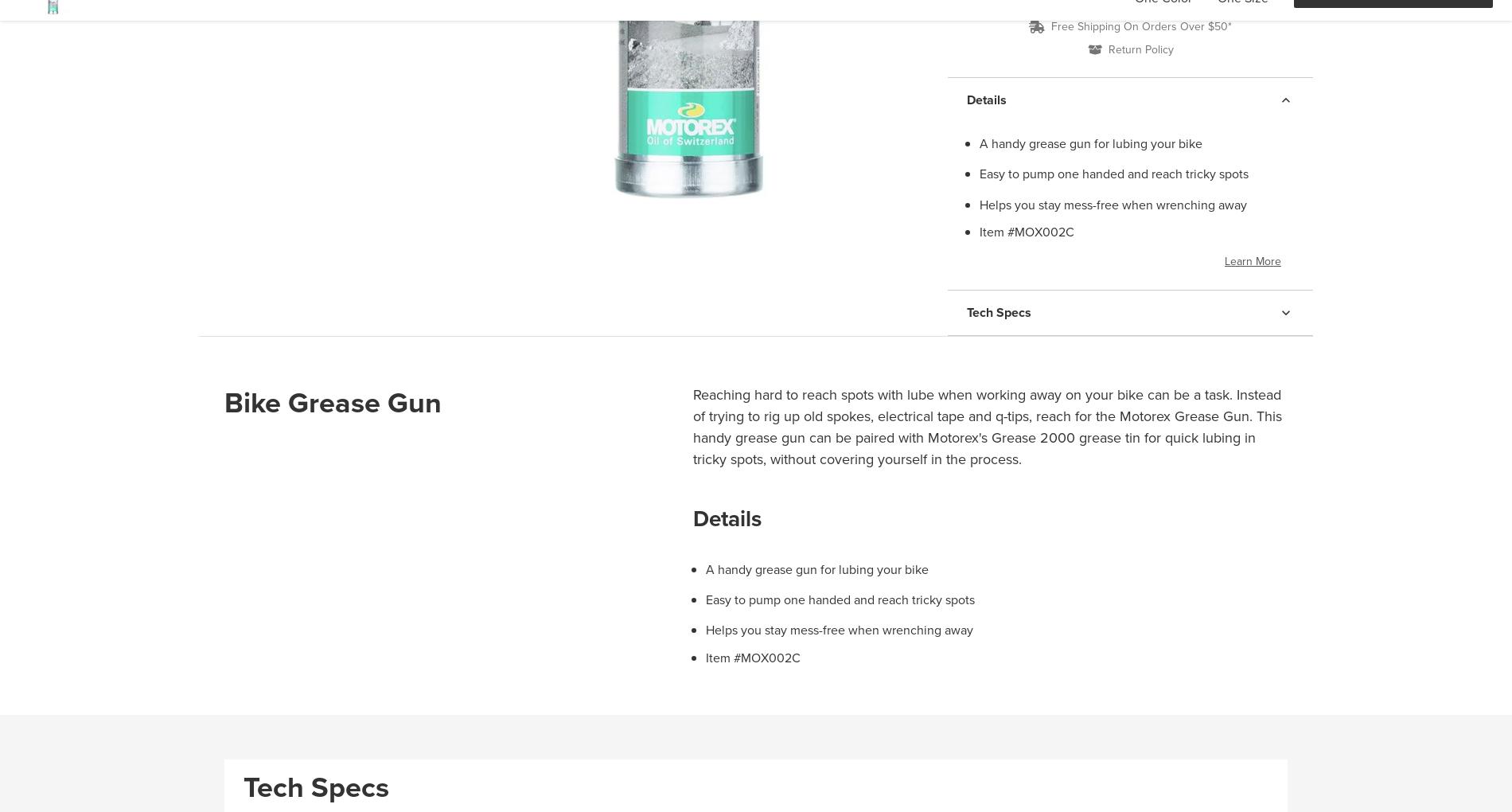  Describe the element at coordinates (985, 425) in the screenshot. I see `'Reaching hard to reach spots with lube when working away on your bike can be a task. Instead of trying to rig up old spokes, electrical tape and q-tips, reach for the Motorex Grease Gun. This handy grease gun can be paired with Motorex's Grease 2000 grease tin for quick lubing in tricky spots, without covering yourself in the process.'` at that location.